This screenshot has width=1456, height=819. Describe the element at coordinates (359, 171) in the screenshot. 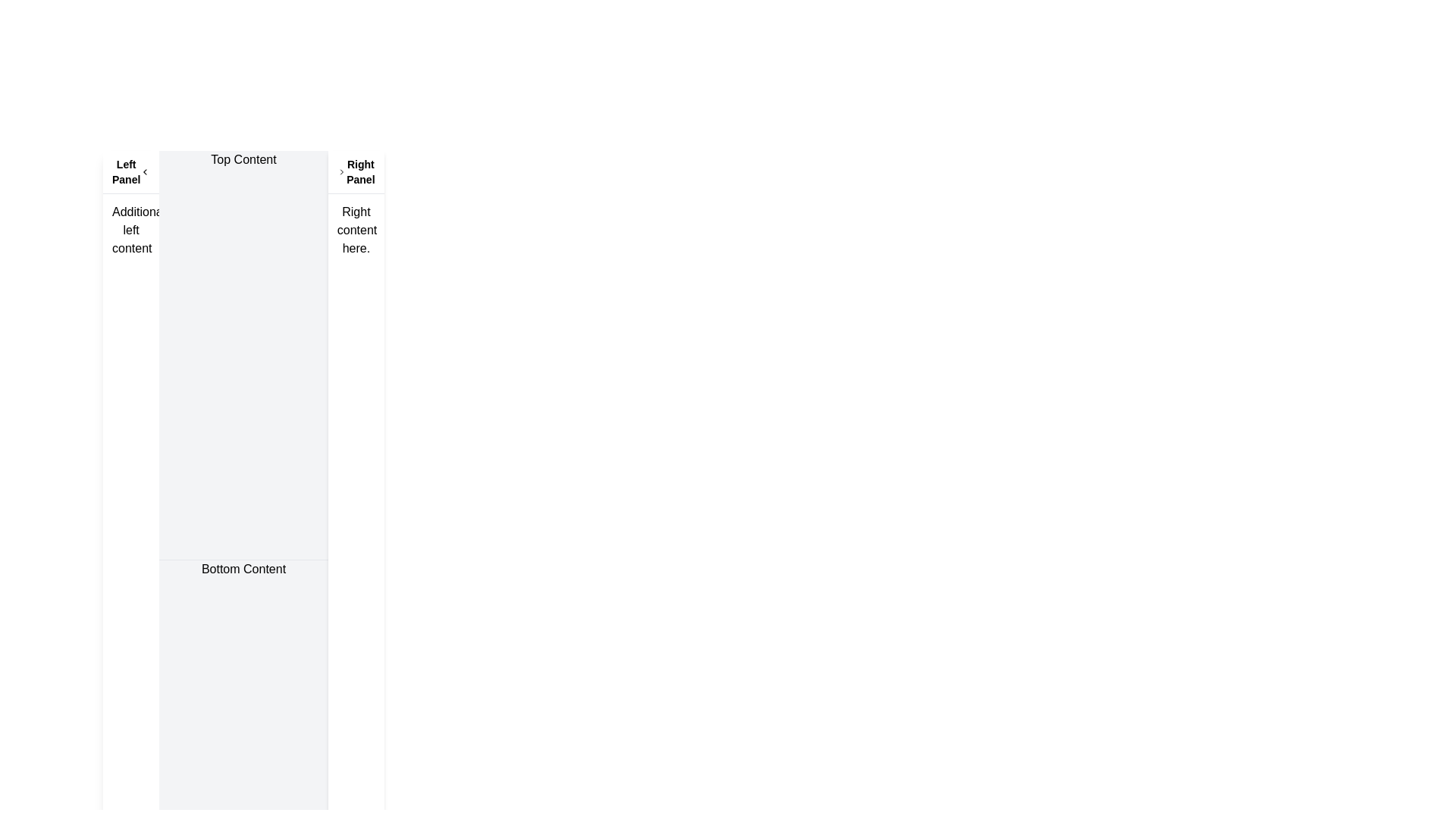

I see `the static text element labeled 'Right Panel', which is styled in bold, smaller black font and located next to a chevron icon in a right-aligned panel` at that location.